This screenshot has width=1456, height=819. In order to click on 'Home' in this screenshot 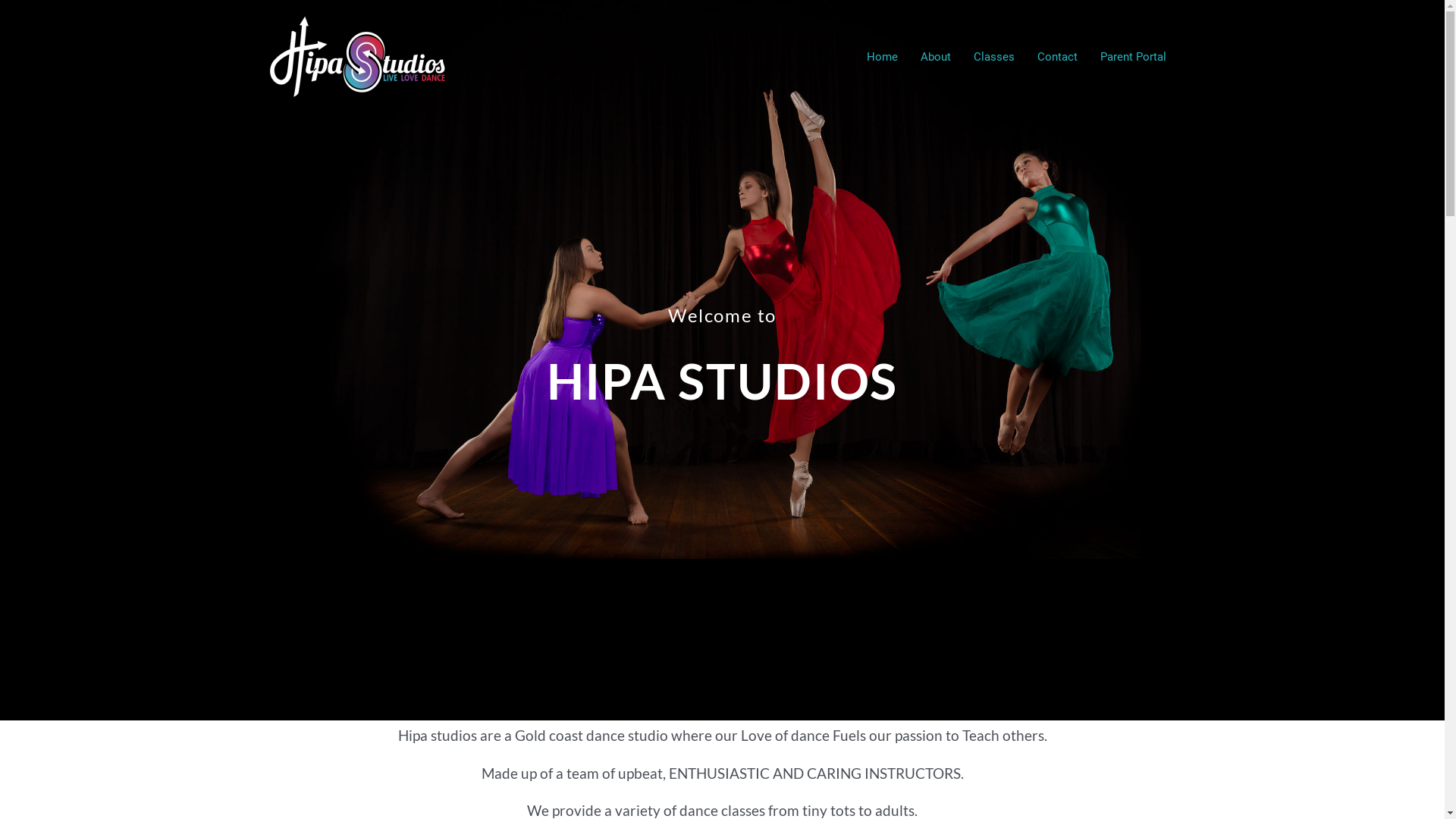, I will do `click(882, 55)`.